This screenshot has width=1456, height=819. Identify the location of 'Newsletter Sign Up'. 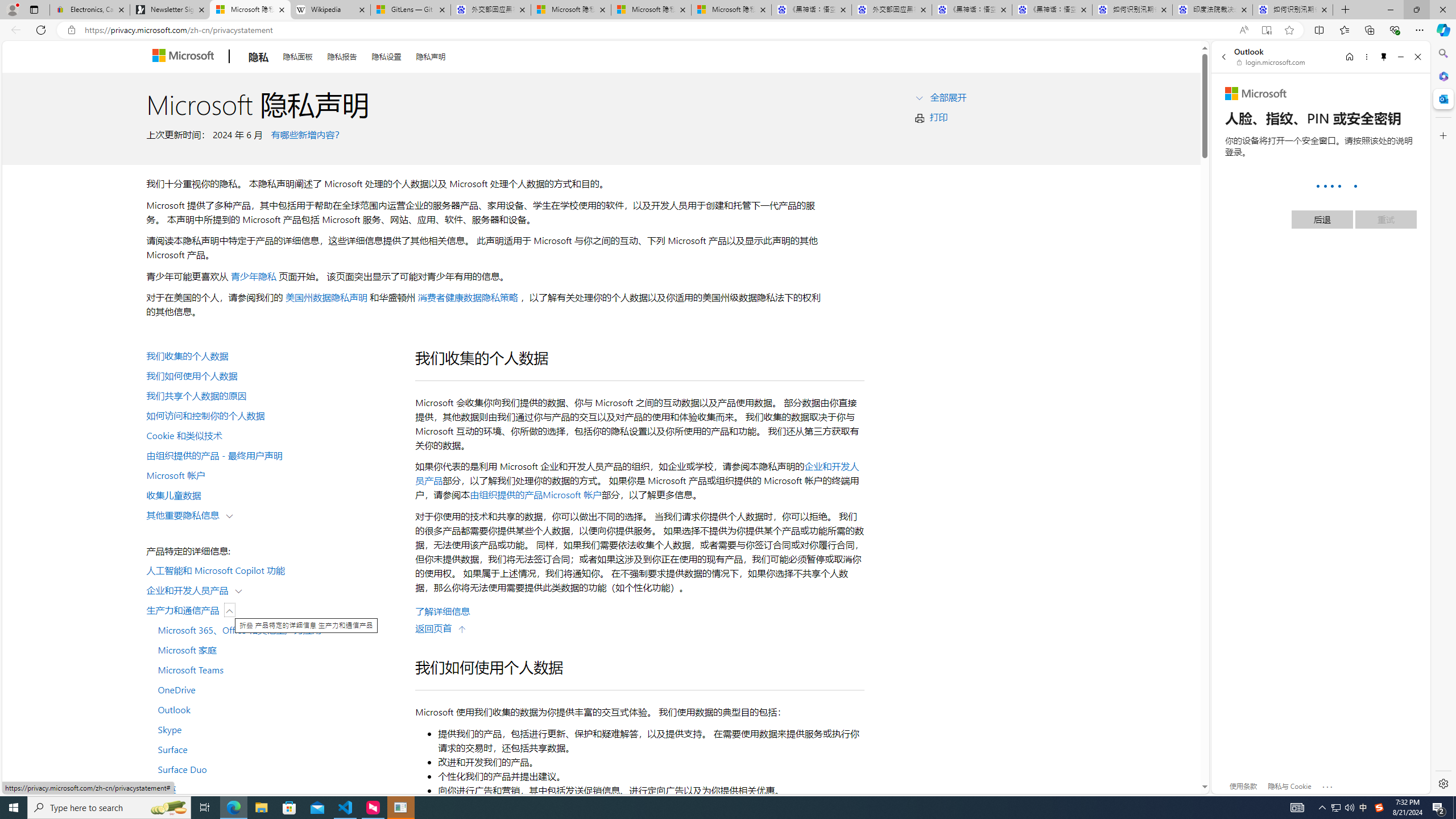
(169, 9).